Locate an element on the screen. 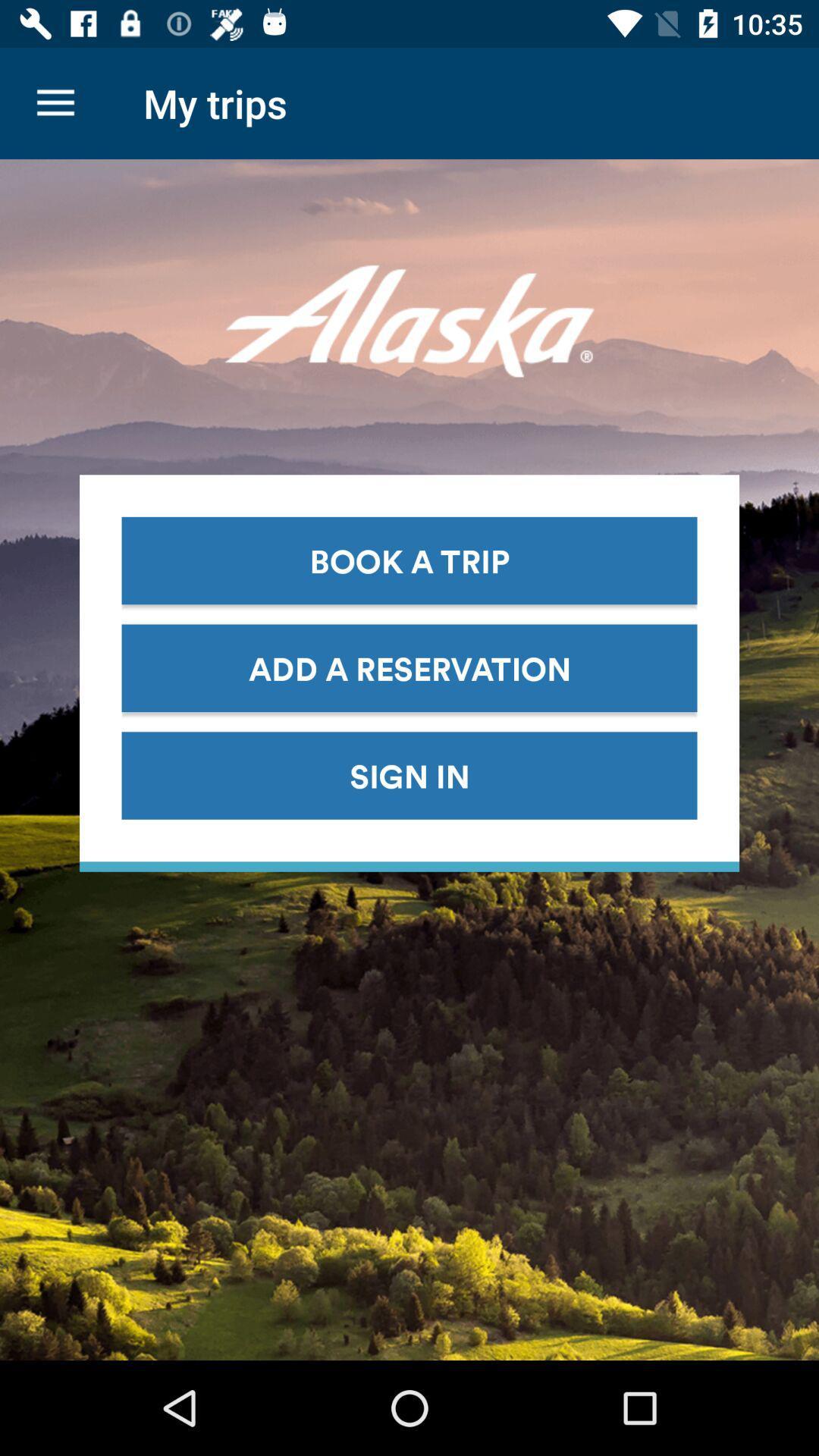  book a trip icon is located at coordinates (409, 560).